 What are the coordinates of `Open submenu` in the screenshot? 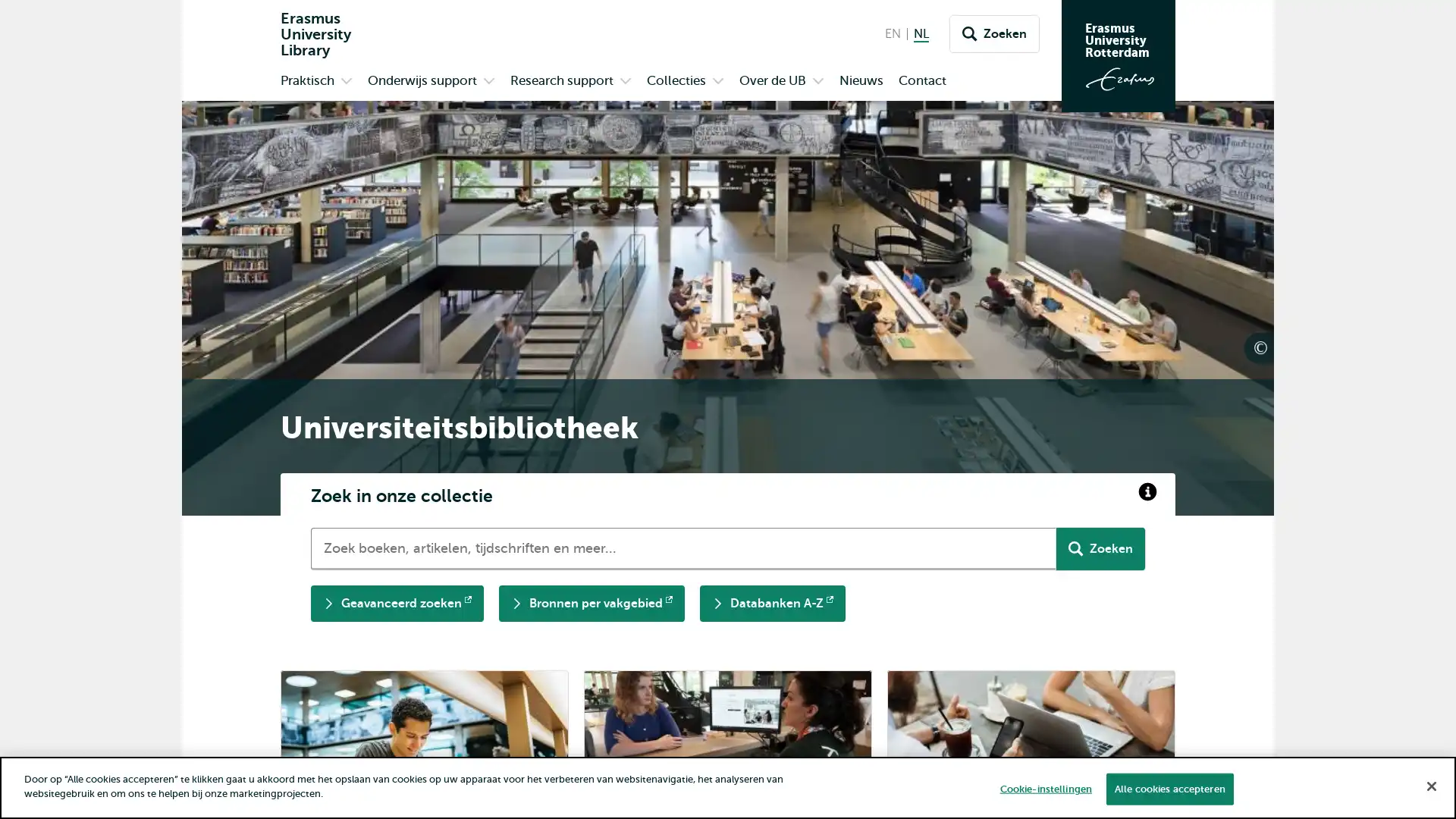 It's located at (717, 82).